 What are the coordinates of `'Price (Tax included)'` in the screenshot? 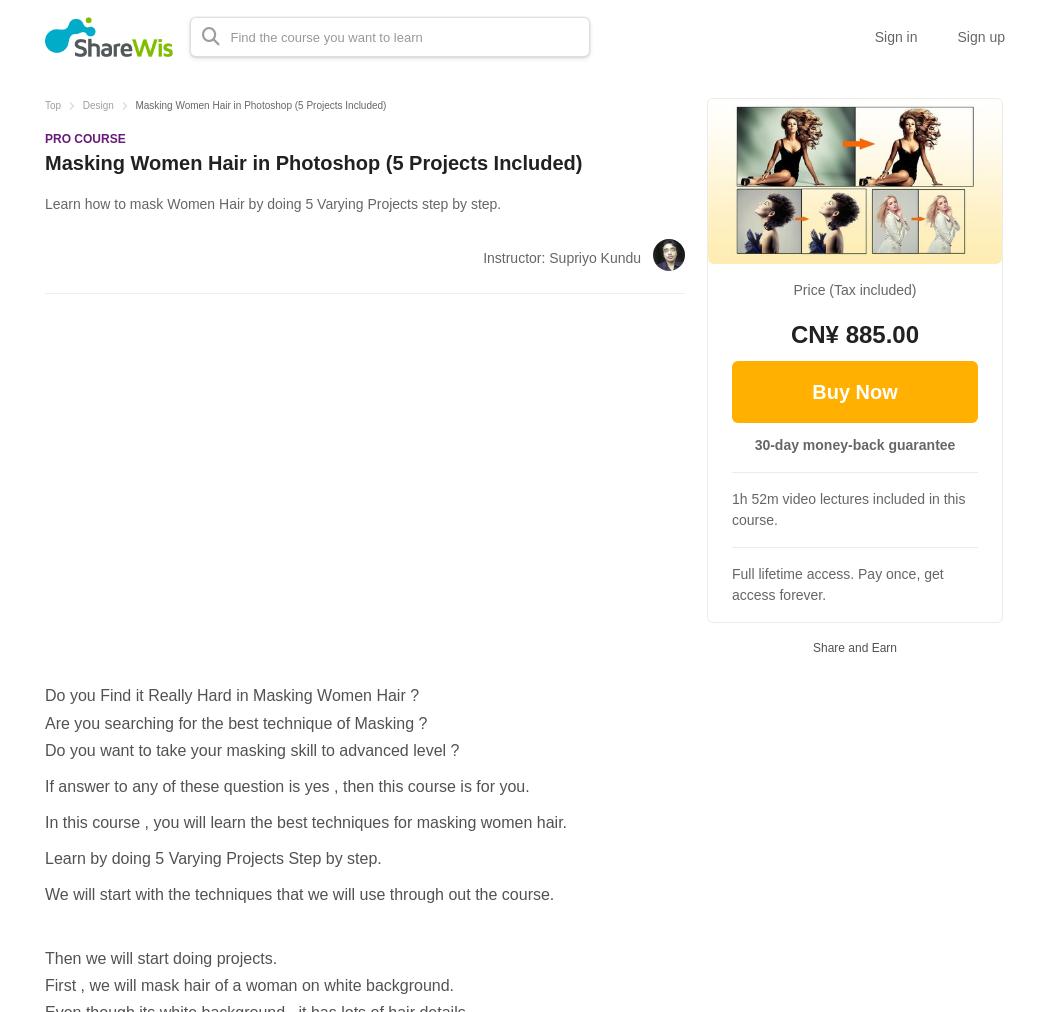 It's located at (854, 289).